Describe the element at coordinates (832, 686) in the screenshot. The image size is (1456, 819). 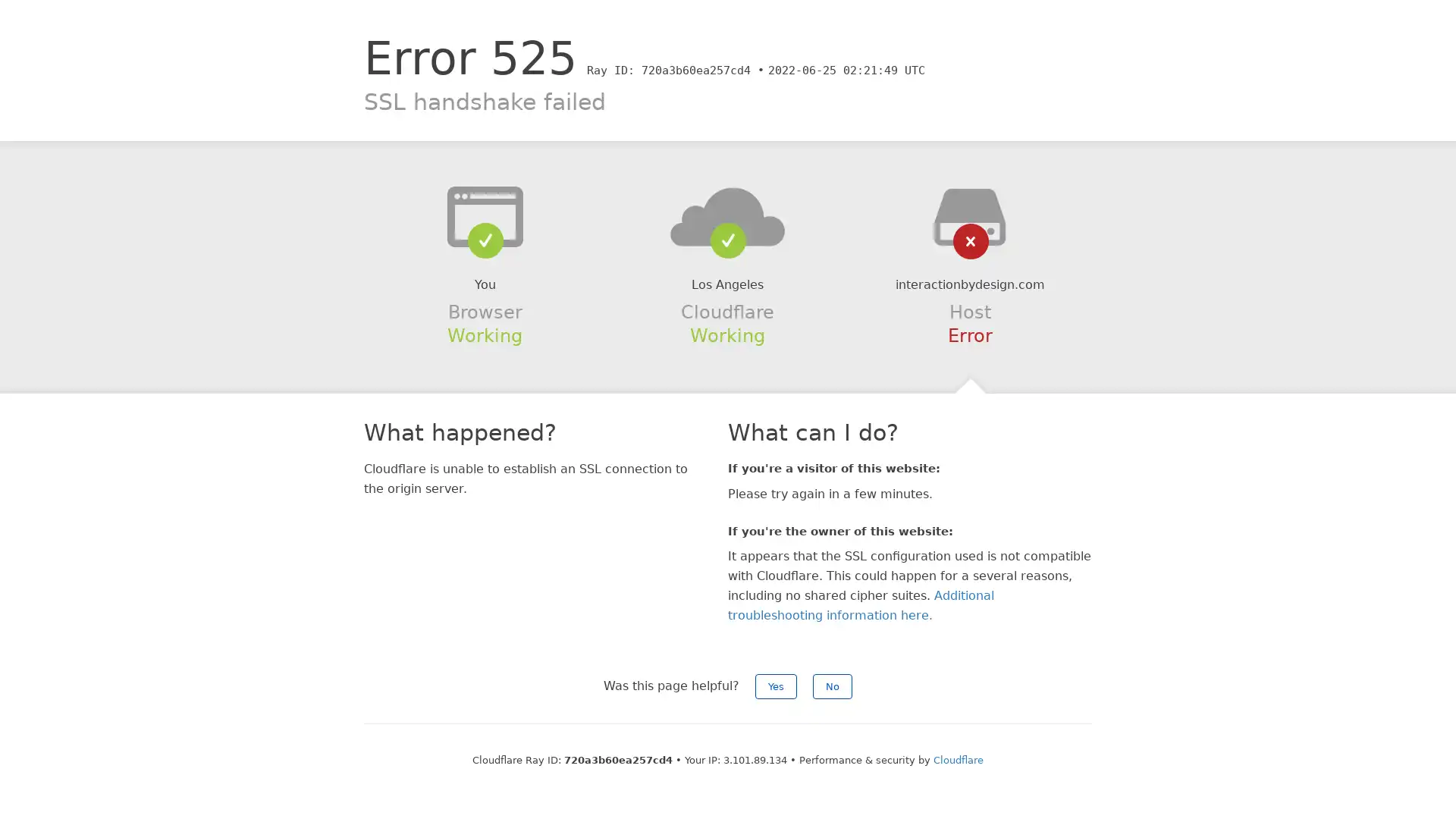
I see `No` at that location.